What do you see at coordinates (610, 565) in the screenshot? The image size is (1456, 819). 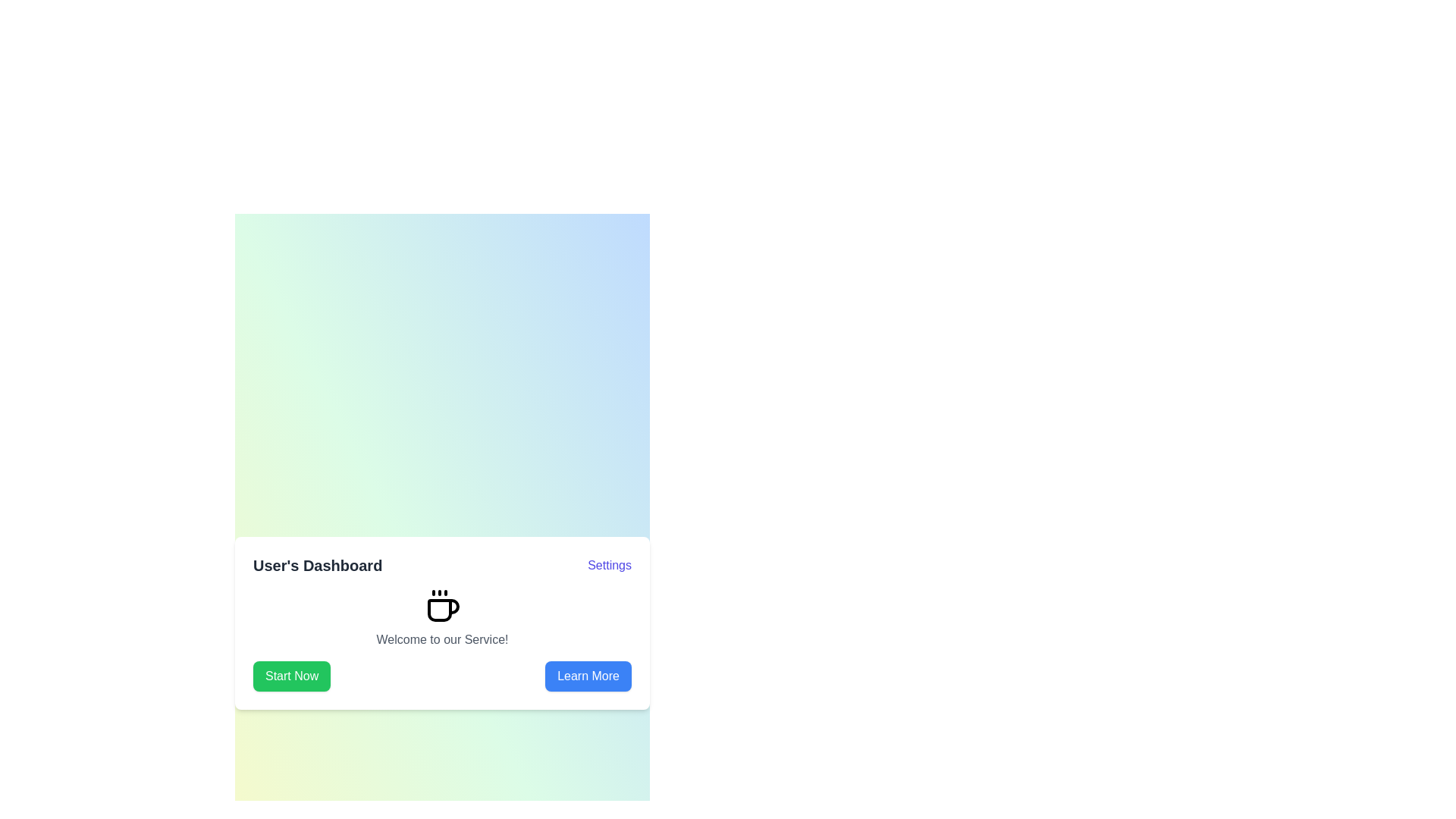 I see `the 'Settings' hyperlink` at bounding box center [610, 565].